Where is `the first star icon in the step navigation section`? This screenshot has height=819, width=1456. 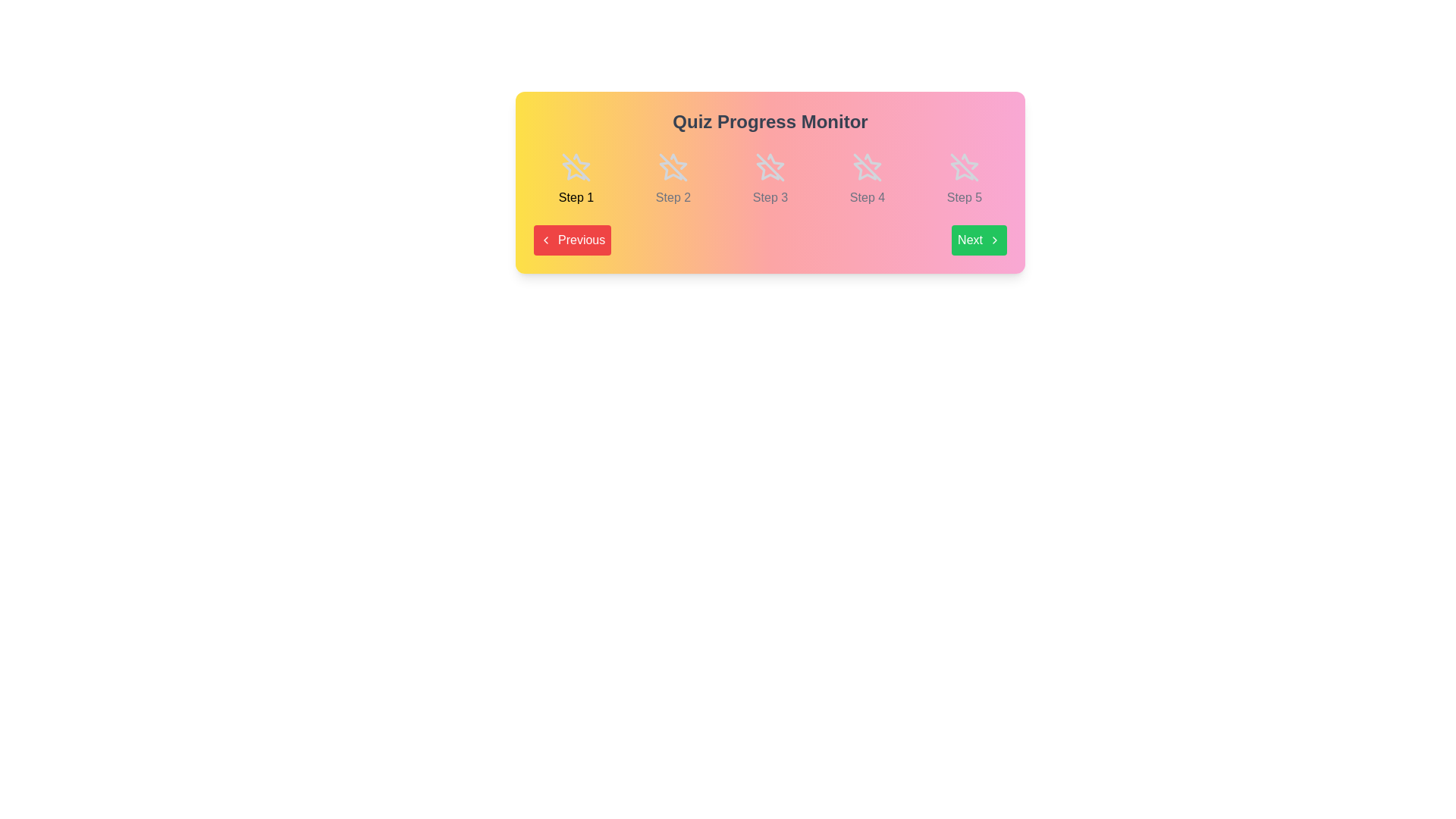
the first star icon in the step navigation section is located at coordinates (575, 167).